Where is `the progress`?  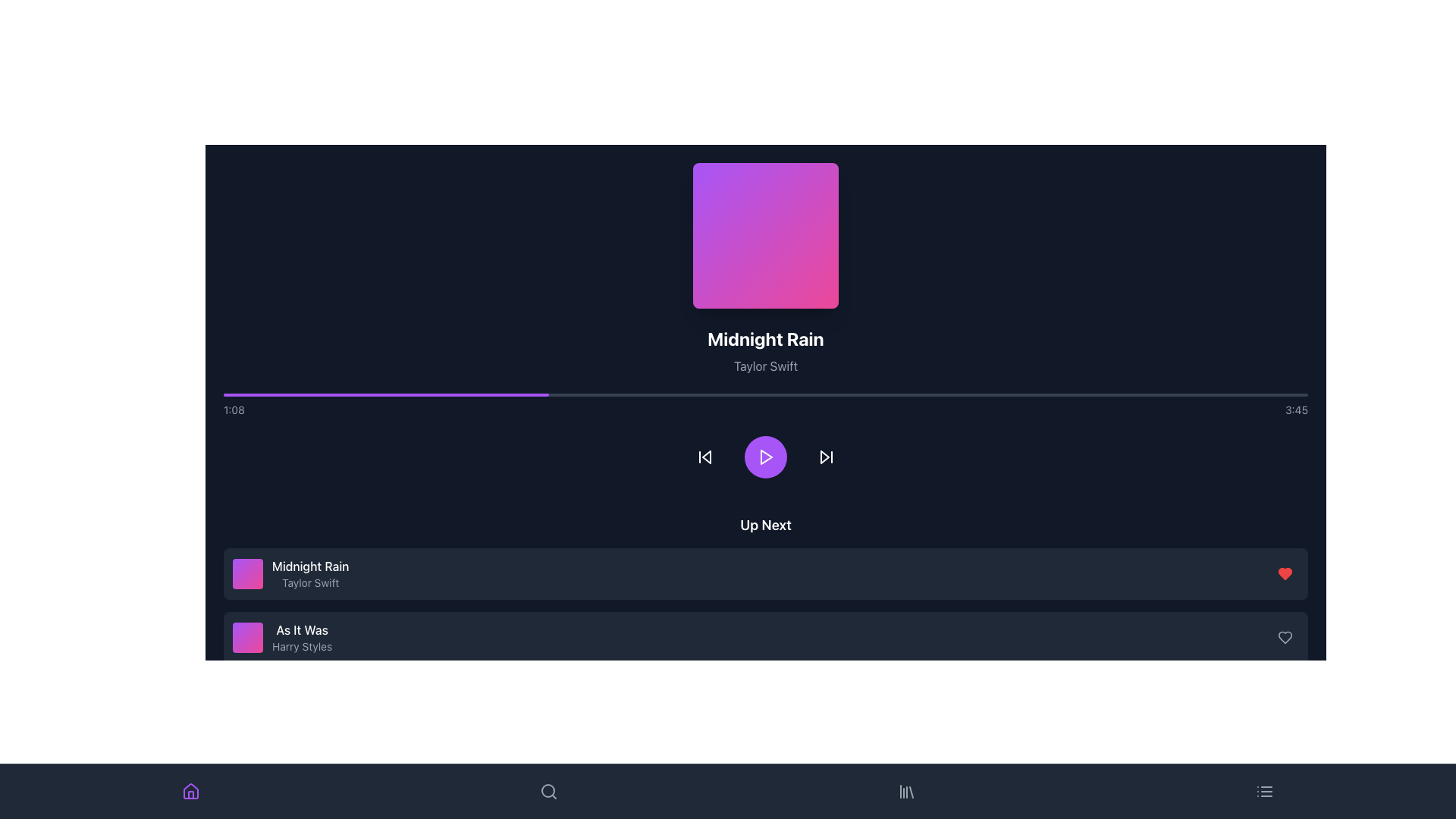
the progress is located at coordinates (874, 394).